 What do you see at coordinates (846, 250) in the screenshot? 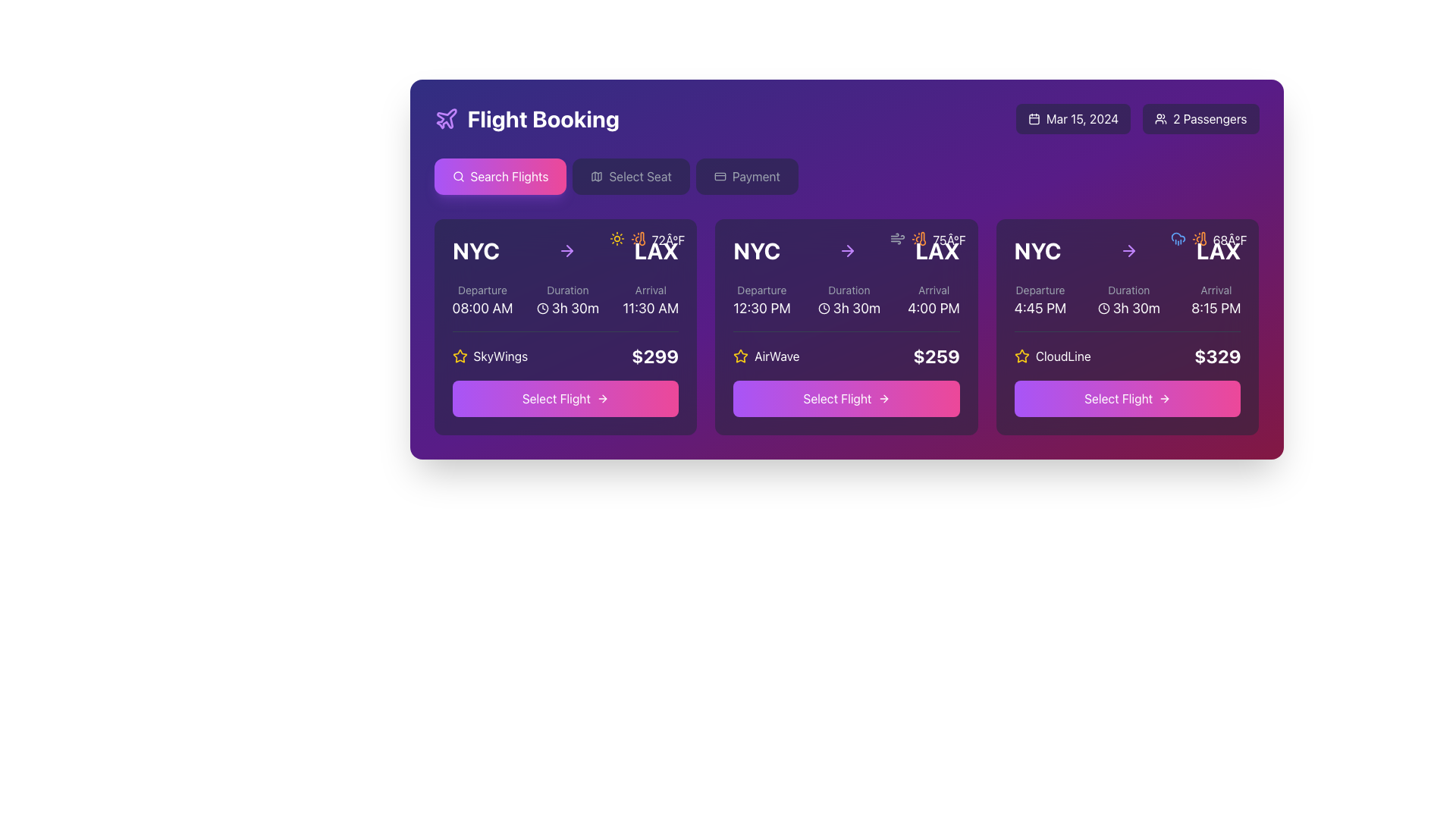
I see `the flight route label displaying 'NYC' and 'LAX' with an arrow icon, which is the second flight card in the list of flight options` at bounding box center [846, 250].